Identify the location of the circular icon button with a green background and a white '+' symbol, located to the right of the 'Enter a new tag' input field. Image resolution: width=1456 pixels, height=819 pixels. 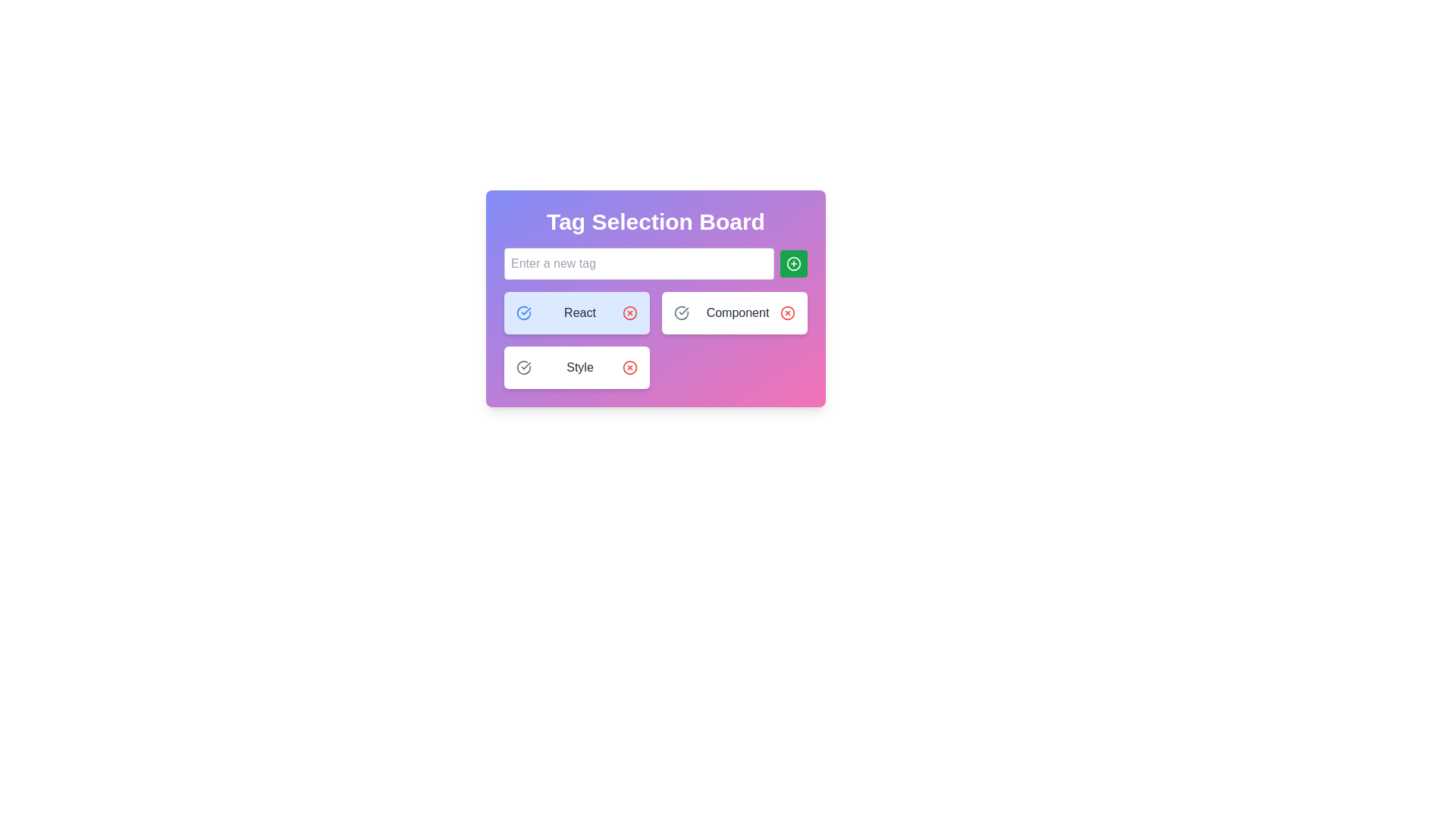
(792, 262).